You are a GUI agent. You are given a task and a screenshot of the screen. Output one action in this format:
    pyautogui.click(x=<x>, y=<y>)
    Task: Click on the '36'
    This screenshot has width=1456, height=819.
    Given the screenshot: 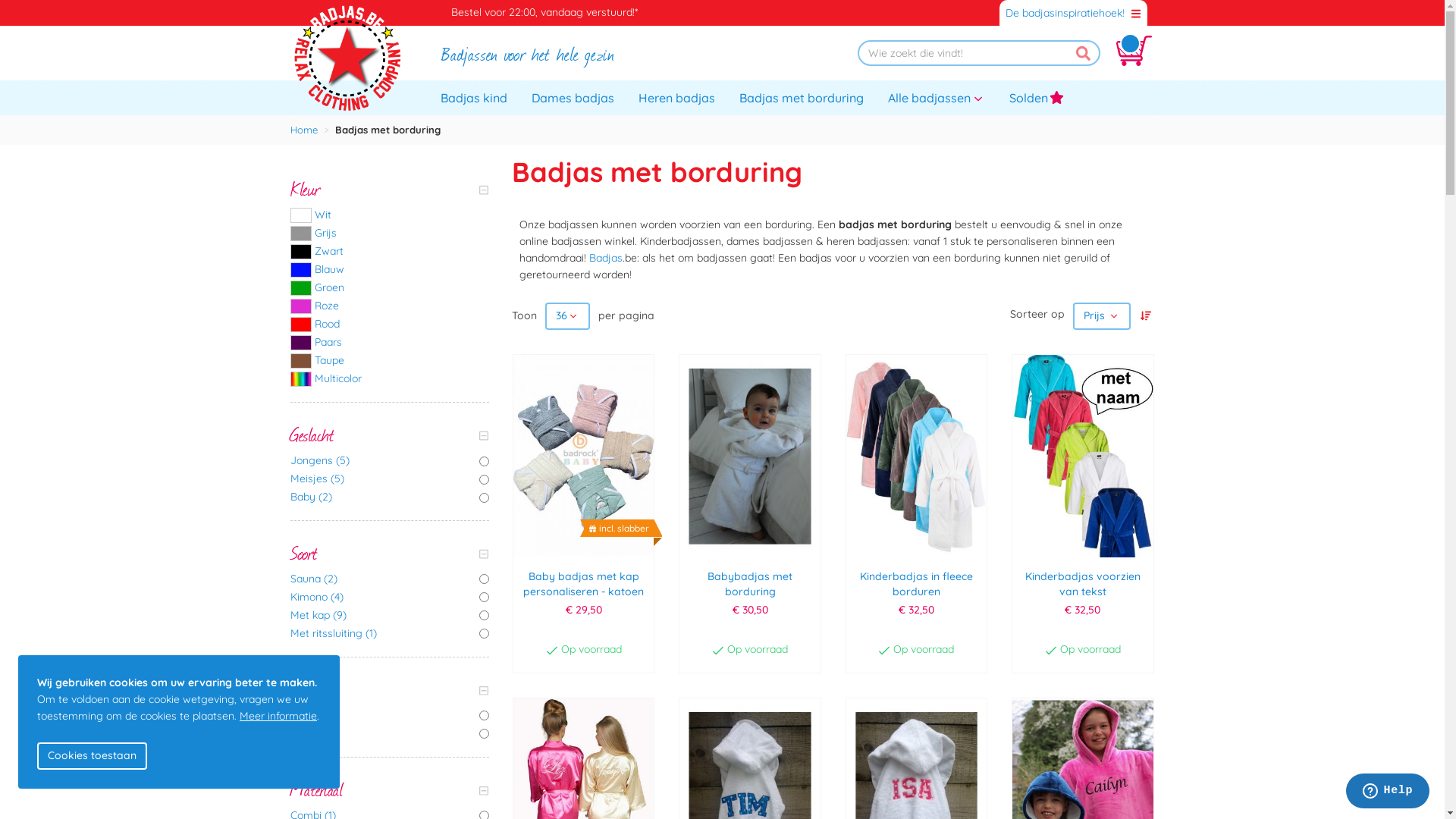 What is the action you would take?
    pyautogui.click(x=566, y=315)
    